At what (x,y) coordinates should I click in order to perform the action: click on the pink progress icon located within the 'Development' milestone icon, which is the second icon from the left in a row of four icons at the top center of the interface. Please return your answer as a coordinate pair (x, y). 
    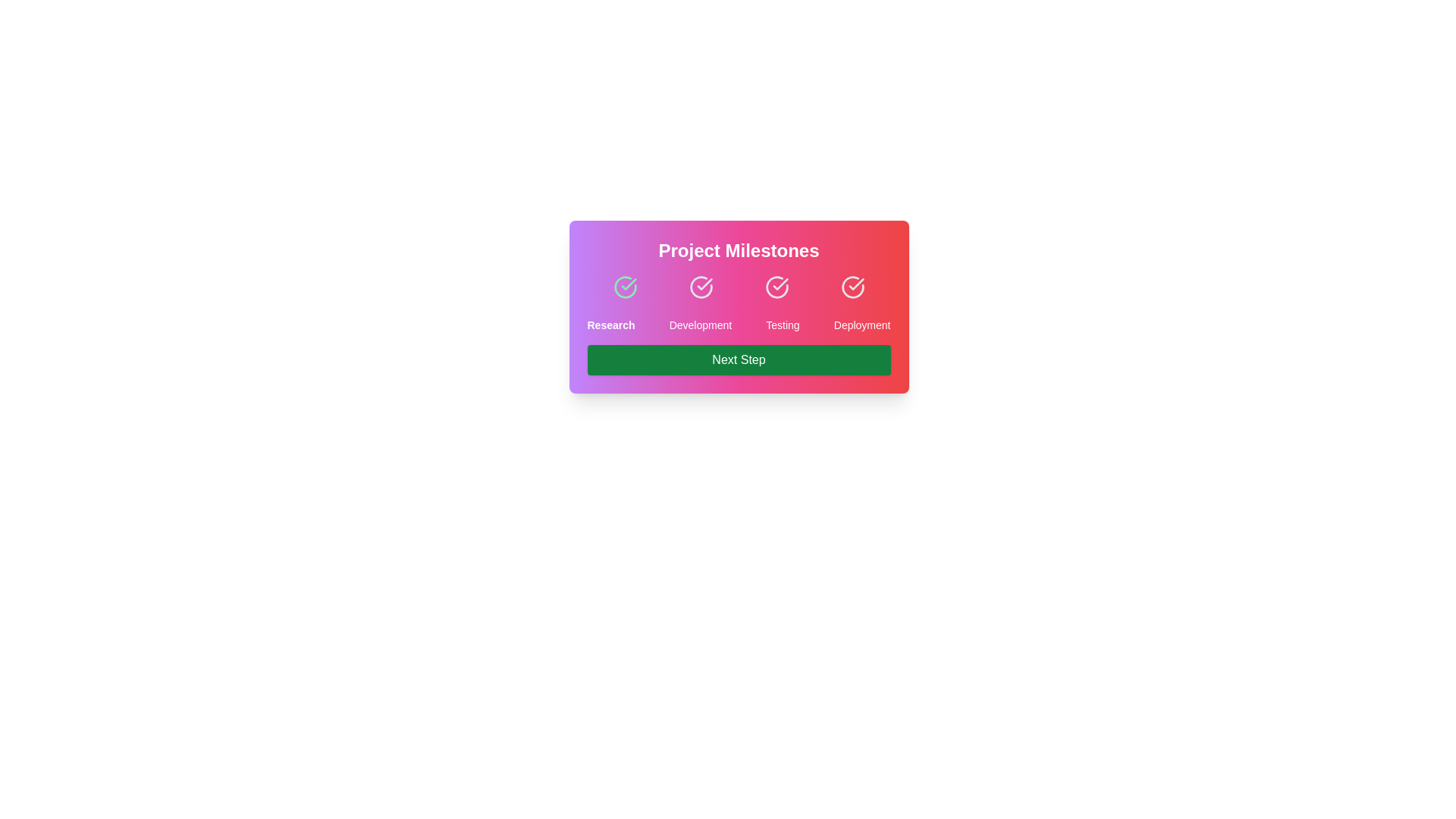
    Looking at the image, I should click on (700, 287).